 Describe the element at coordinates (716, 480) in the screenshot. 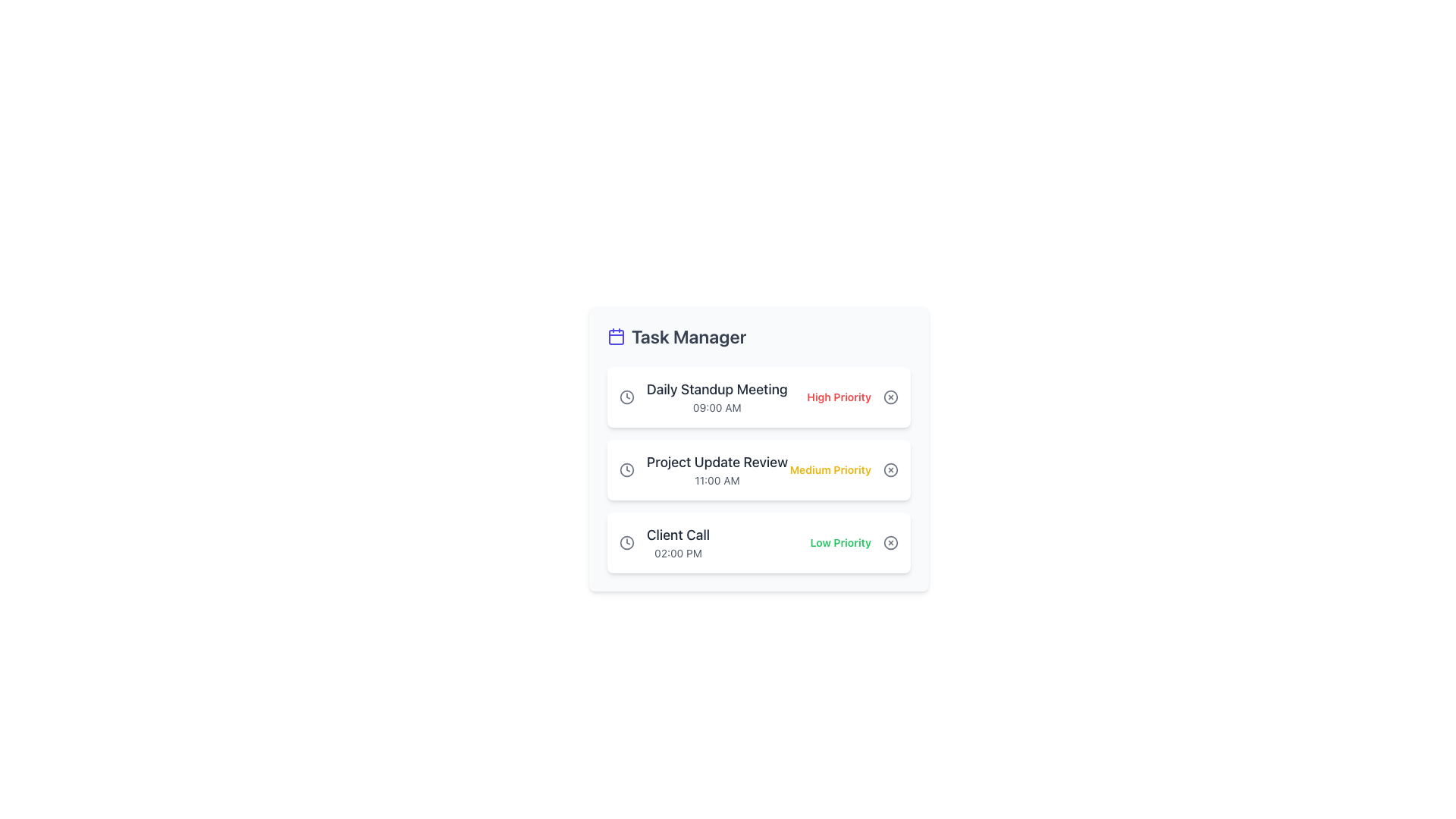

I see `static time displayed beneath 'Project Update Review' in the second task card` at that location.